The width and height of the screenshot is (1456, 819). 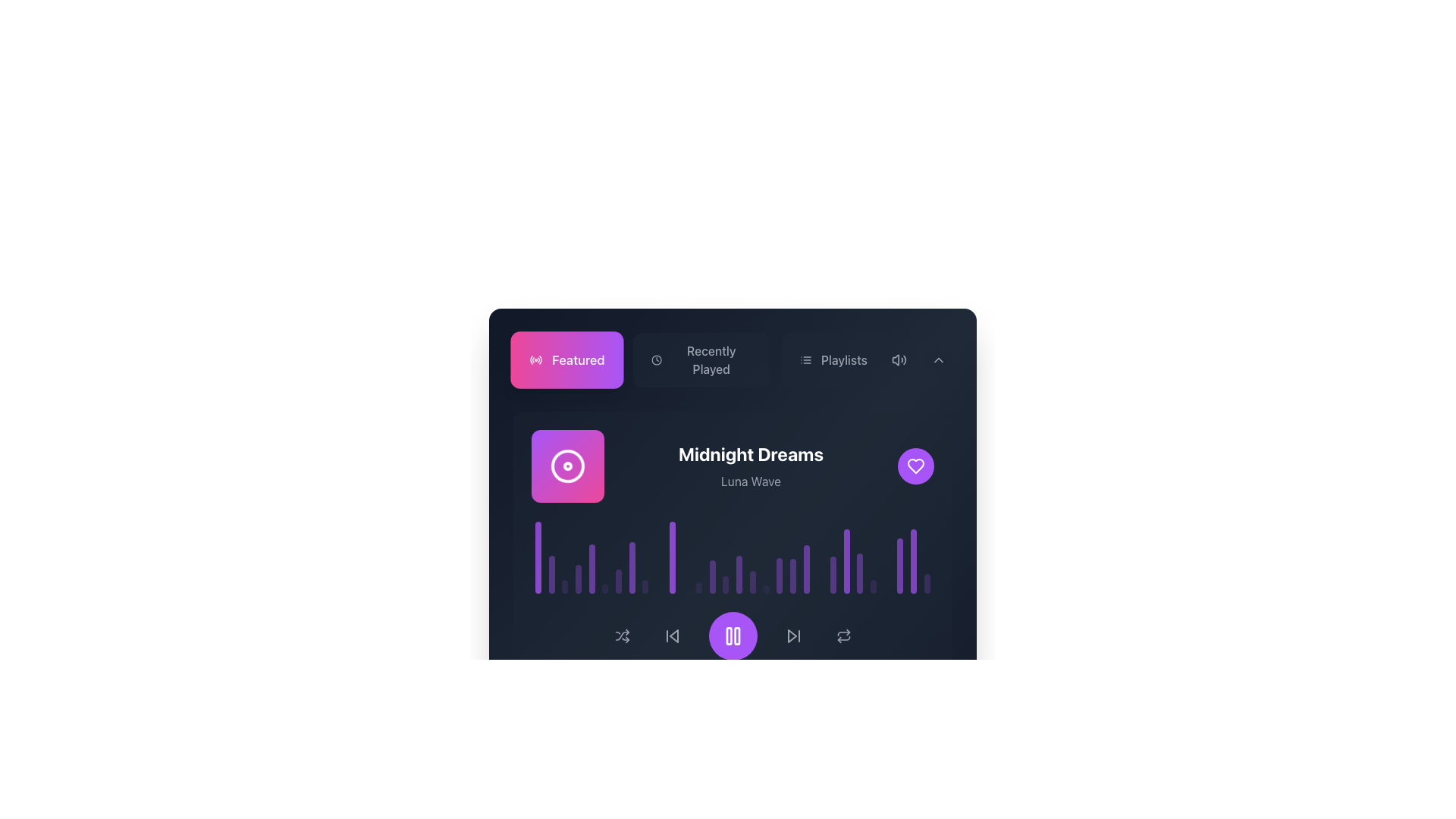 What do you see at coordinates (619, 581) in the screenshot?
I see `the 7th Indicator bar, a small vertical bar with a rounded top and bottom, colored light purple and pulsating, located beneath the song title 'Midnight Dreams'` at bounding box center [619, 581].